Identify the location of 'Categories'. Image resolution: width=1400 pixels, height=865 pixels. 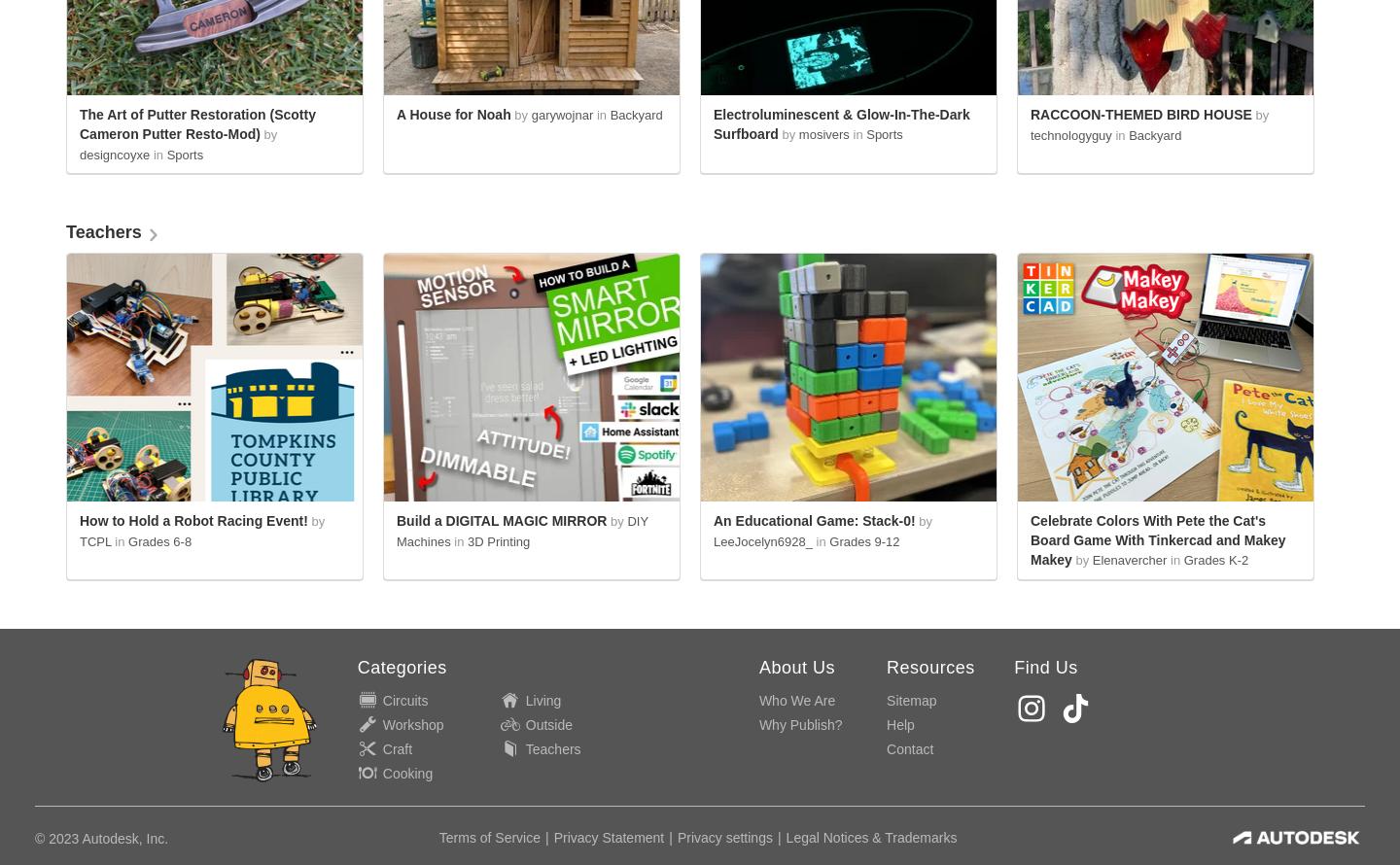
(356, 666).